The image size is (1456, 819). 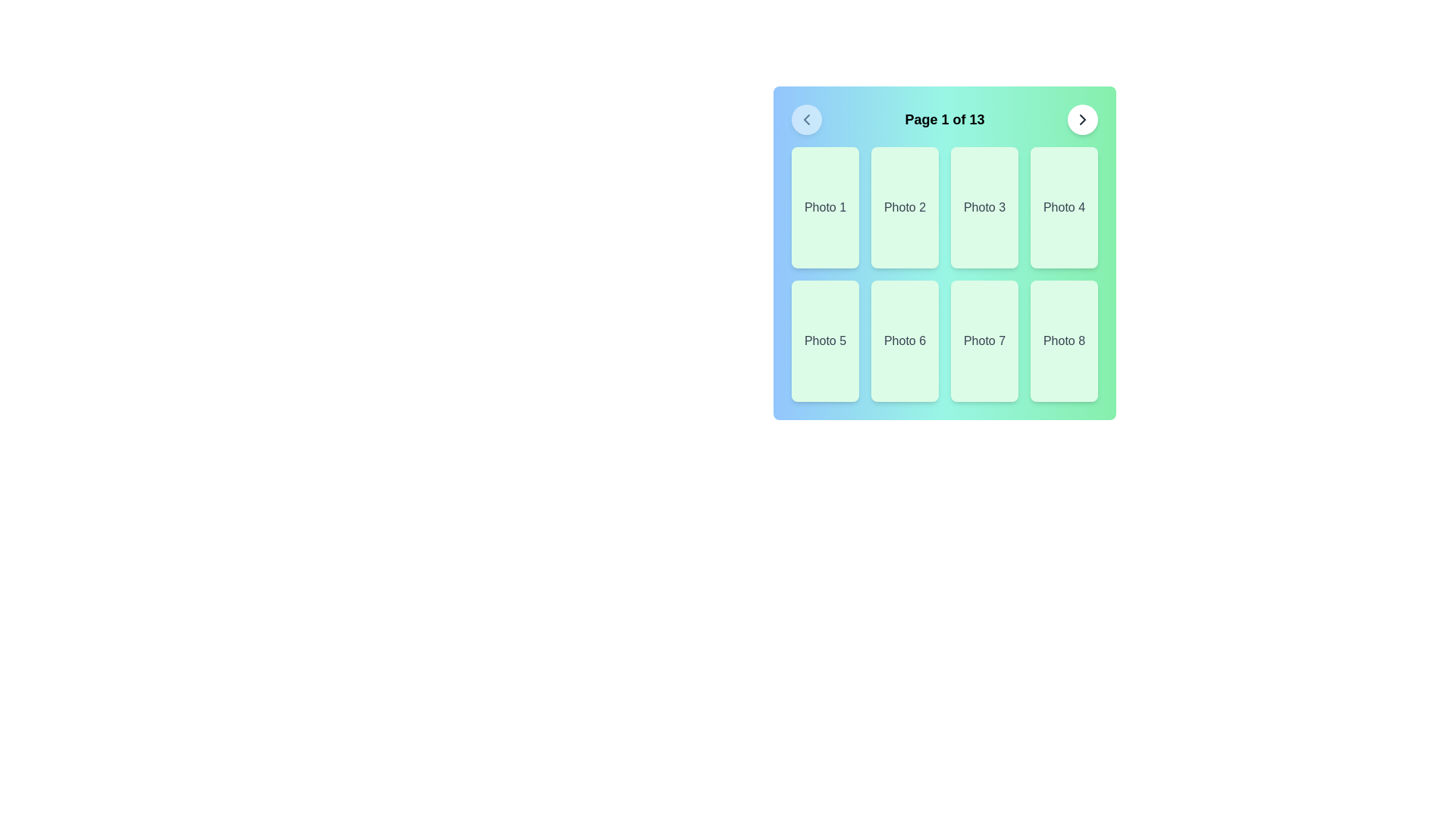 I want to click on the Rectangular card representing 'Photo 6' located in the second row and second column of a 4x2 grid layout, so click(x=905, y=341).